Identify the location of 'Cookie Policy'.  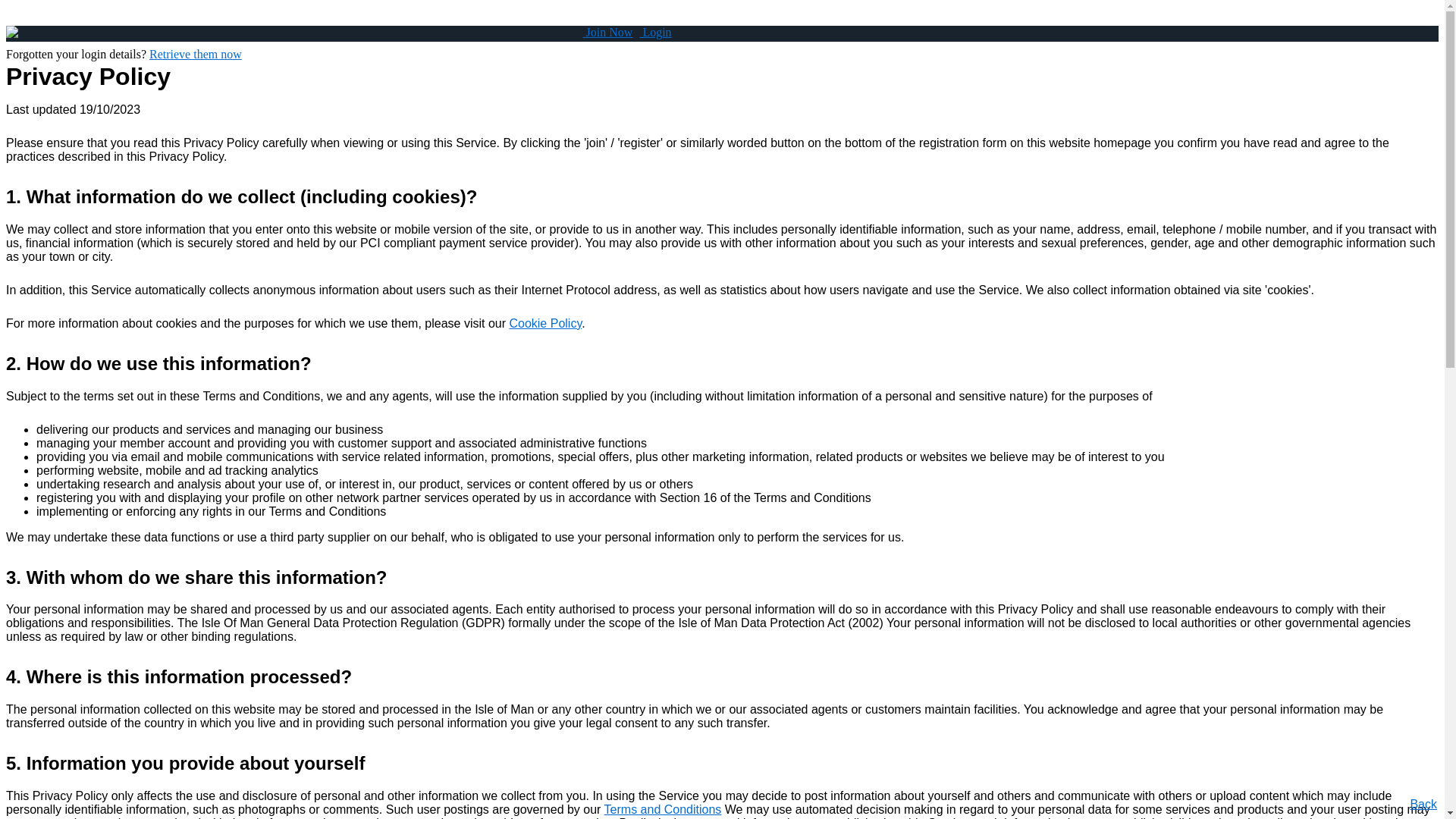
(545, 322).